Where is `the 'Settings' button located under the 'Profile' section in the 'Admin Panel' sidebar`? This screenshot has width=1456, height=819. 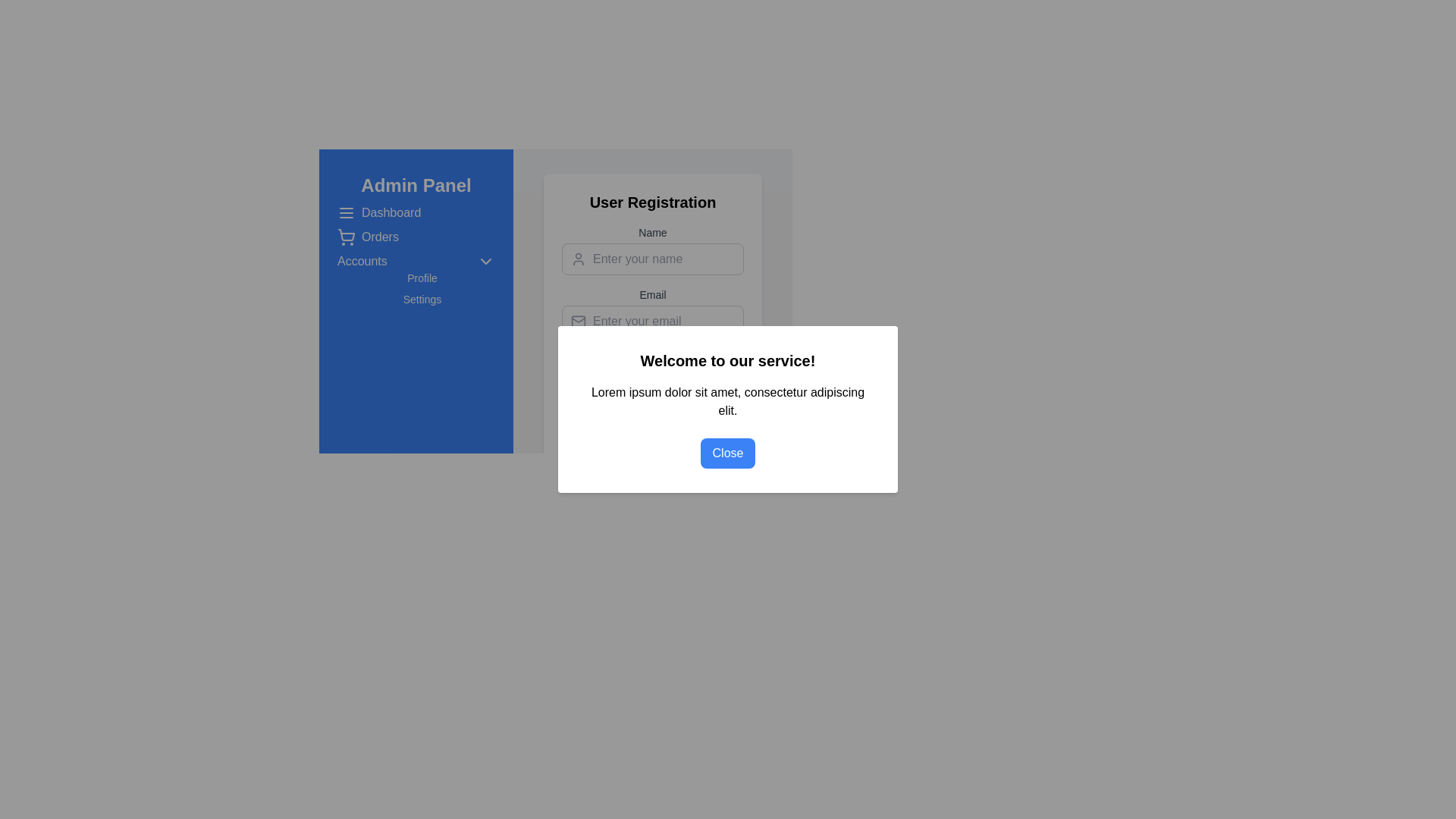 the 'Settings' button located under the 'Profile' section in the 'Admin Panel' sidebar is located at coordinates (422, 299).